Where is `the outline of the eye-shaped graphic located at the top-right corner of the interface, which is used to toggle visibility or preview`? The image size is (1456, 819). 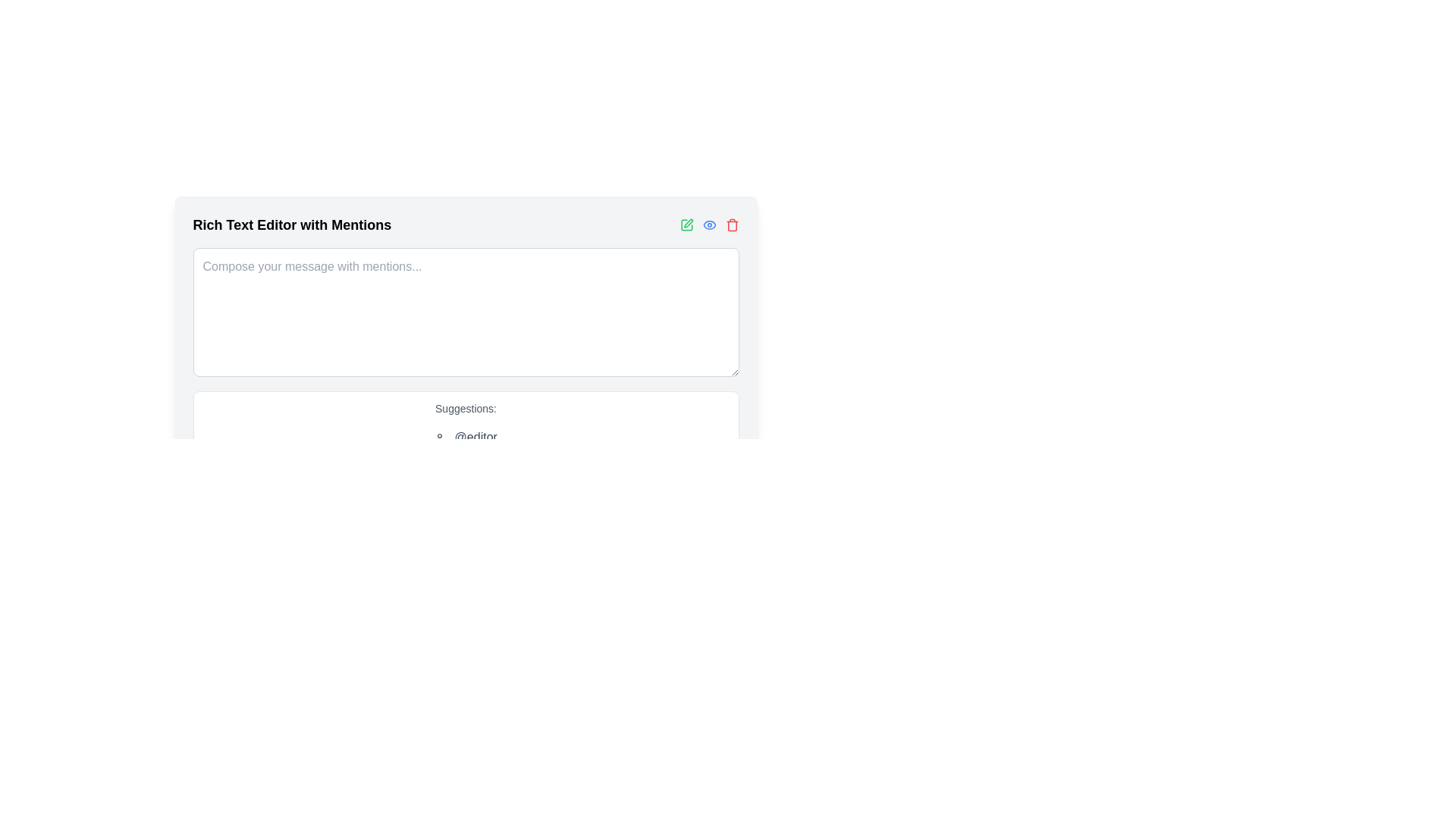 the outline of the eye-shaped graphic located at the top-right corner of the interface, which is used to toggle visibility or preview is located at coordinates (708, 225).